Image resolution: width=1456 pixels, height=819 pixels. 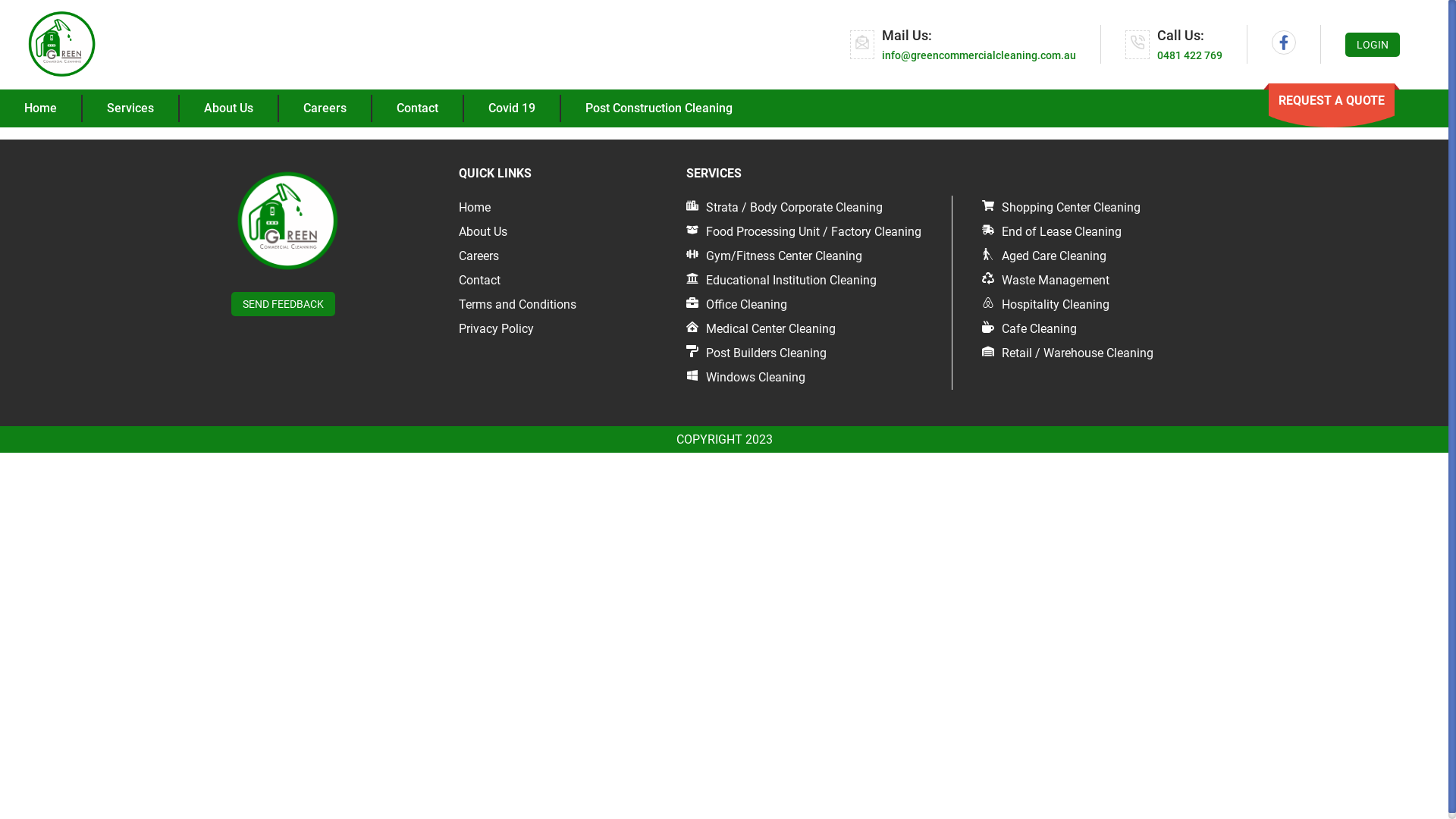 What do you see at coordinates (473, 207) in the screenshot?
I see `'Home'` at bounding box center [473, 207].